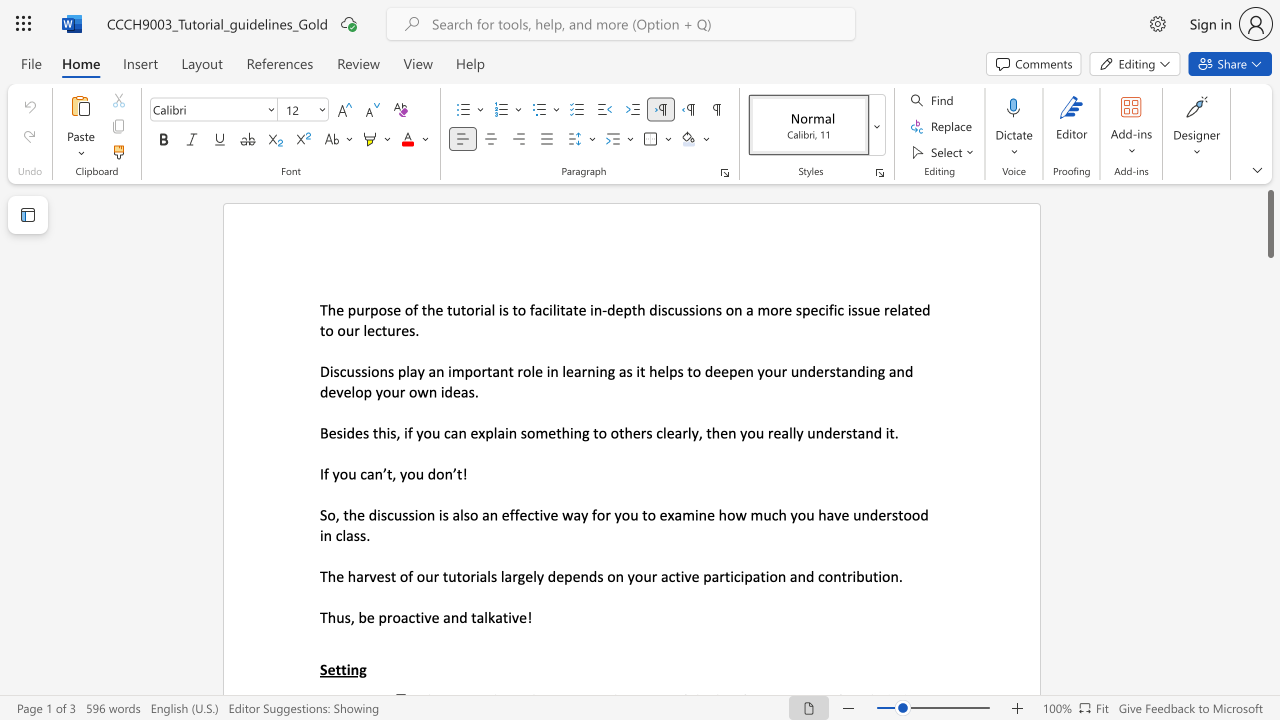 The width and height of the screenshot is (1280, 720). What do you see at coordinates (1269, 370) in the screenshot?
I see `the scrollbar on the right` at bounding box center [1269, 370].